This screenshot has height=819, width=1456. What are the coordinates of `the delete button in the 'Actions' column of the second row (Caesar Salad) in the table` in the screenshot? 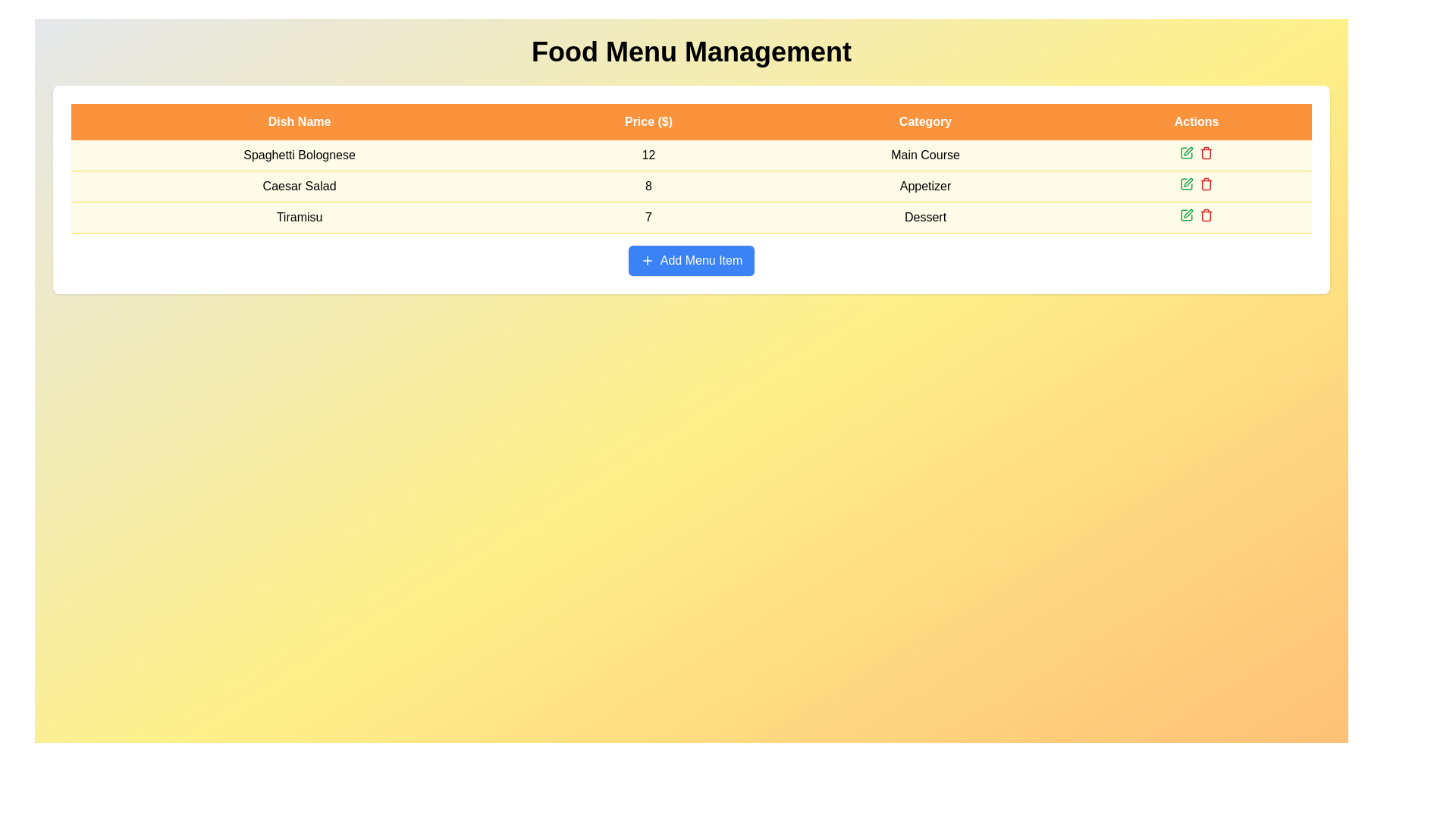 It's located at (1205, 184).